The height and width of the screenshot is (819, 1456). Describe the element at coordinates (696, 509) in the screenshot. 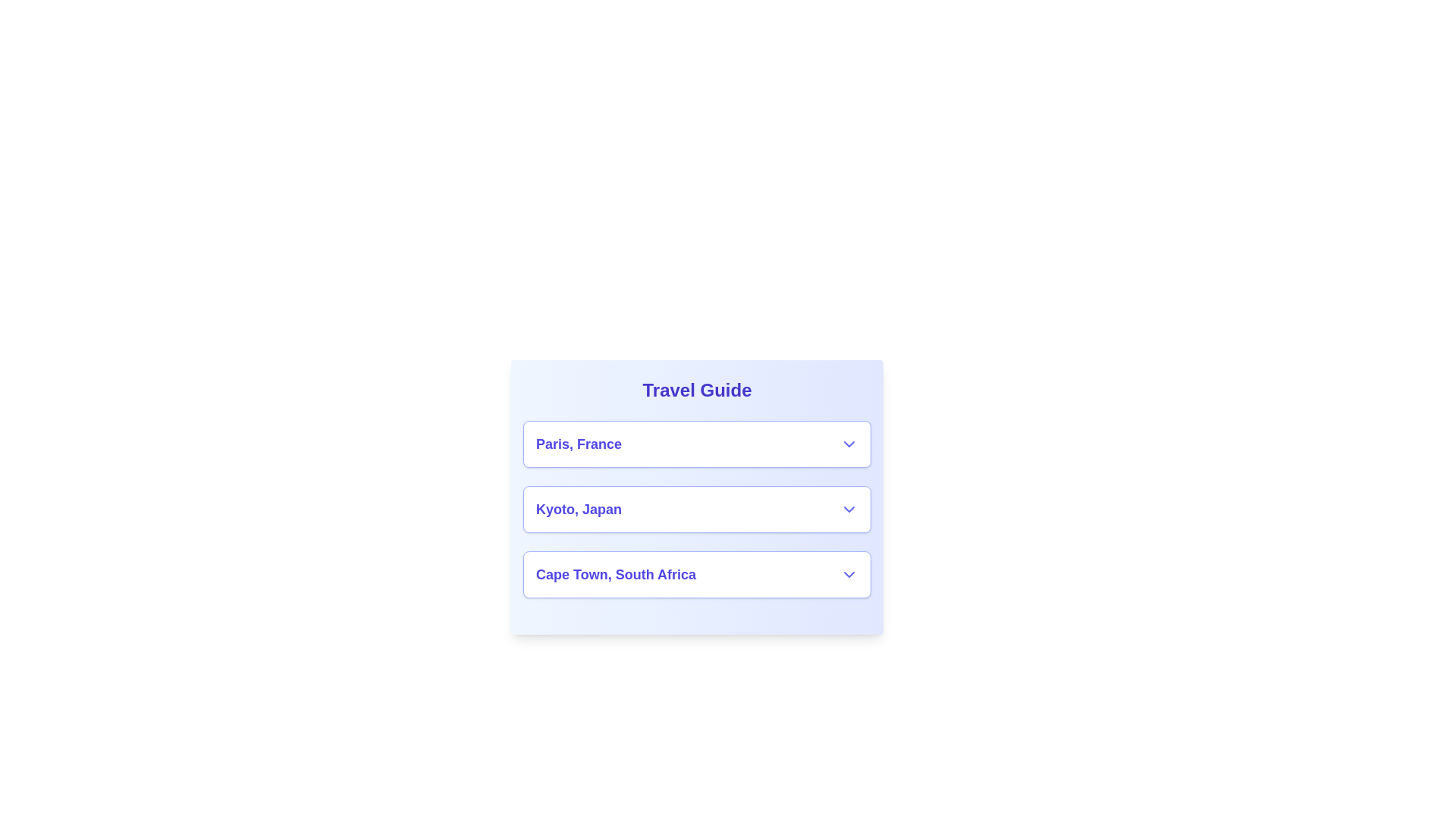

I see `the dropdown menu labeled 'Kyoto, Japan'` at that location.